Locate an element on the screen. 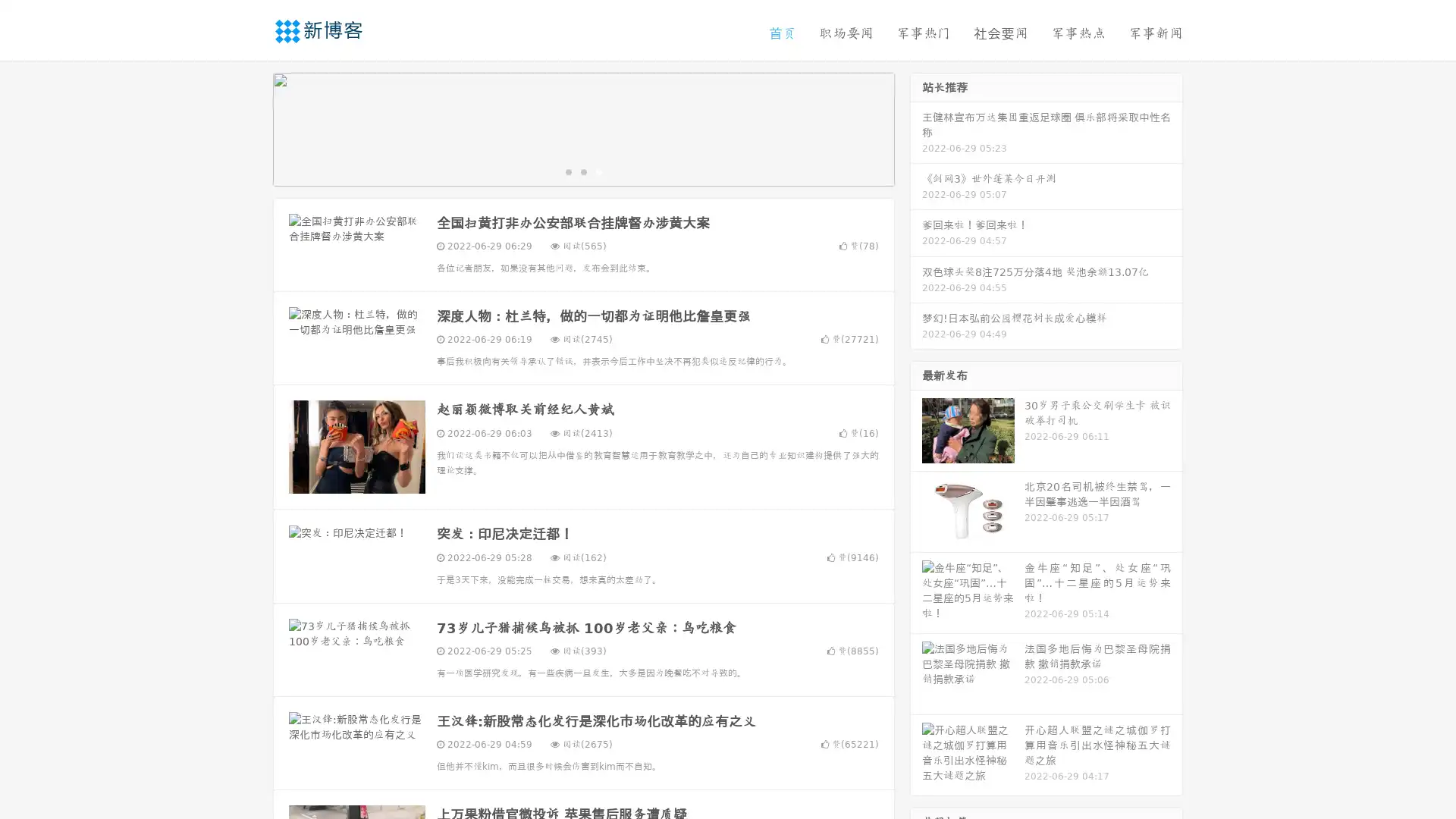 The height and width of the screenshot is (819, 1456). Go to slide 3 is located at coordinates (598, 171).